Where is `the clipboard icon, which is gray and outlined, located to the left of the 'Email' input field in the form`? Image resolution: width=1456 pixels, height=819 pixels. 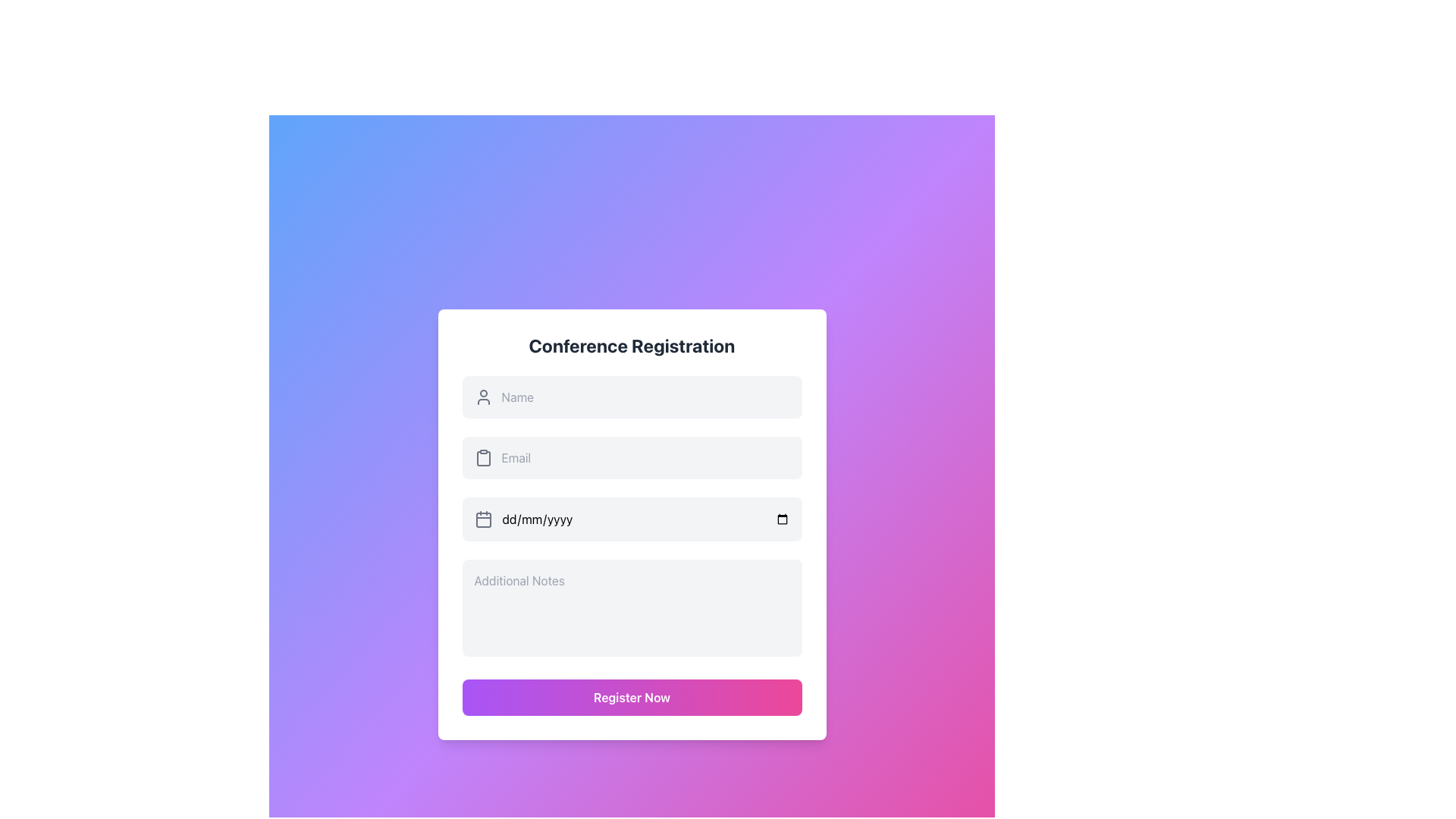 the clipboard icon, which is gray and outlined, located to the left of the 'Email' input field in the form is located at coordinates (482, 457).